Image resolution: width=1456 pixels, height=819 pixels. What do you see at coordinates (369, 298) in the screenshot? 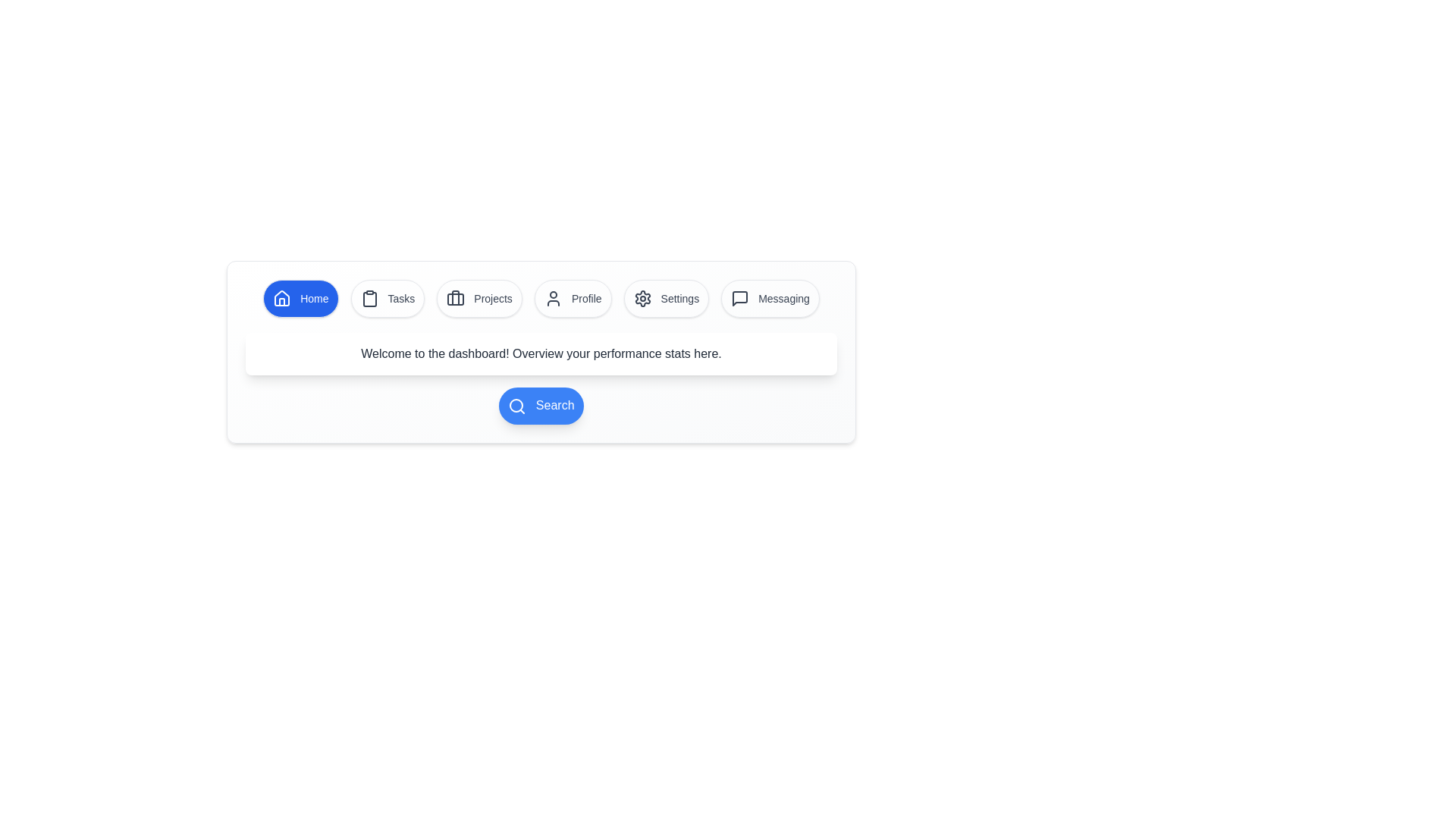
I see `the clipboard icon within the 'Tasks' button on the navigation bar` at bounding box center [369, 298].